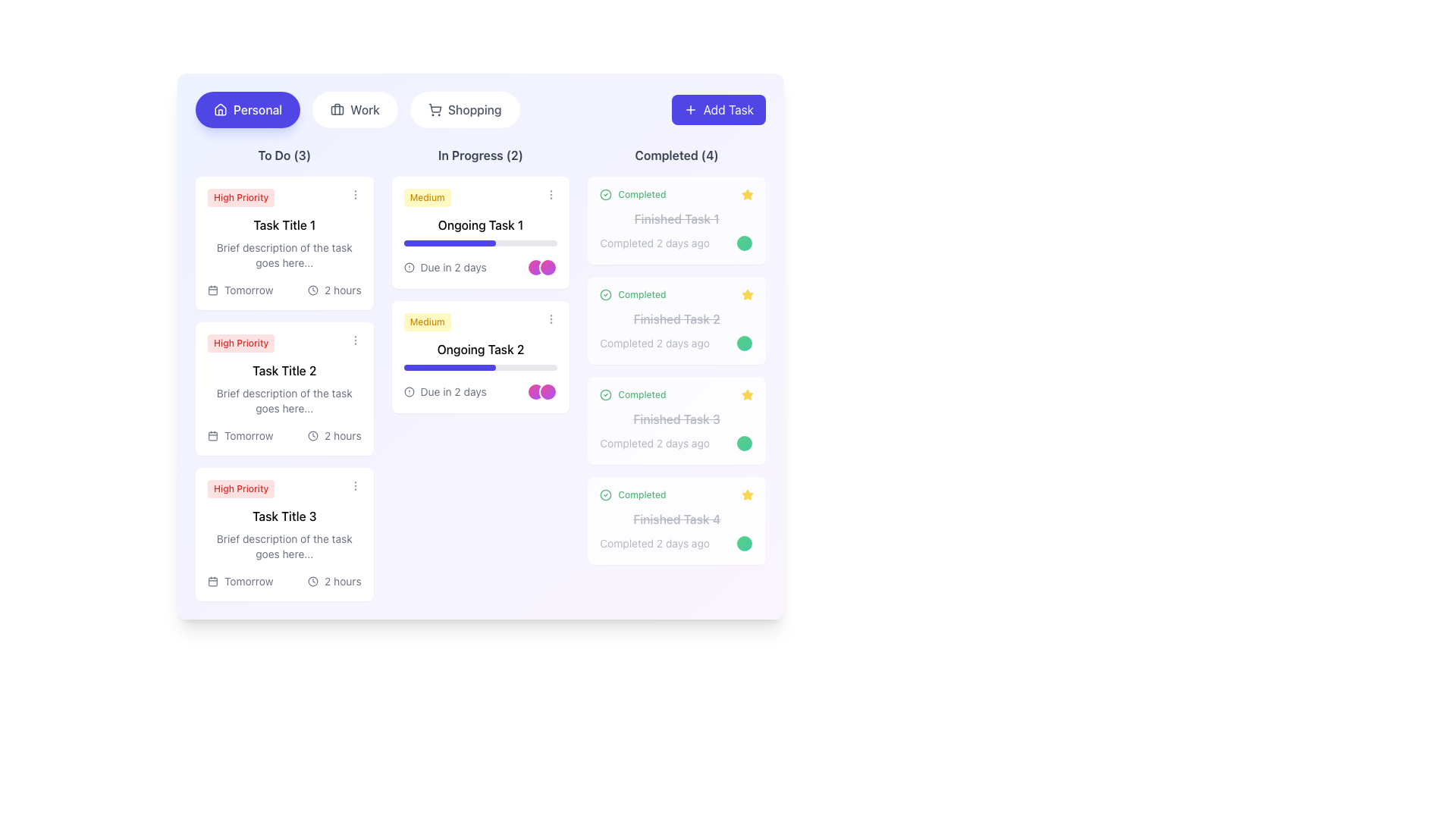  I want to click on the topmost List item card in the 'To Do (3)' column, so click(284, 242).